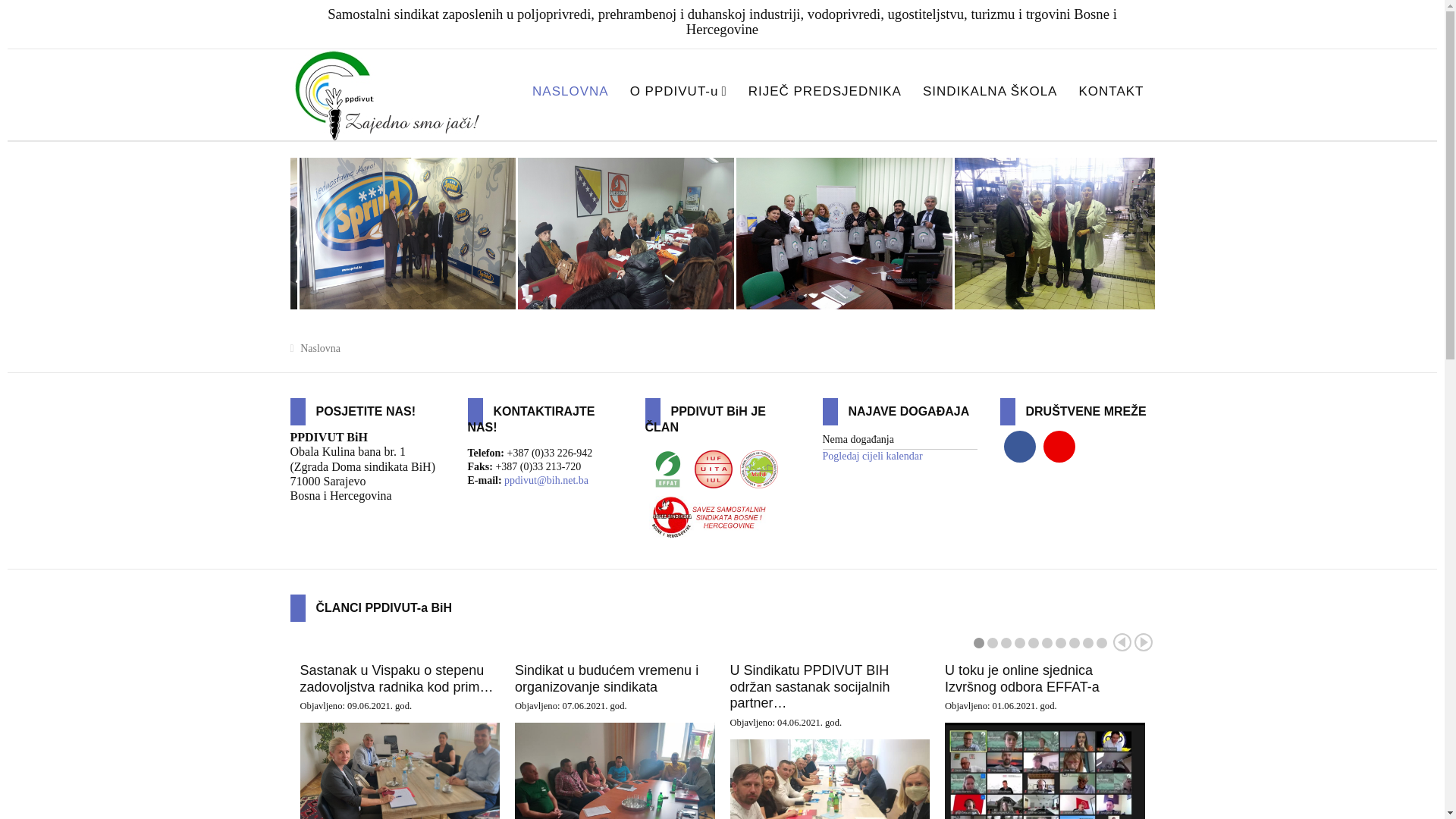  Describe the element at coordinates (1019, 643) in the screenshot. I see `'4'` at that location.